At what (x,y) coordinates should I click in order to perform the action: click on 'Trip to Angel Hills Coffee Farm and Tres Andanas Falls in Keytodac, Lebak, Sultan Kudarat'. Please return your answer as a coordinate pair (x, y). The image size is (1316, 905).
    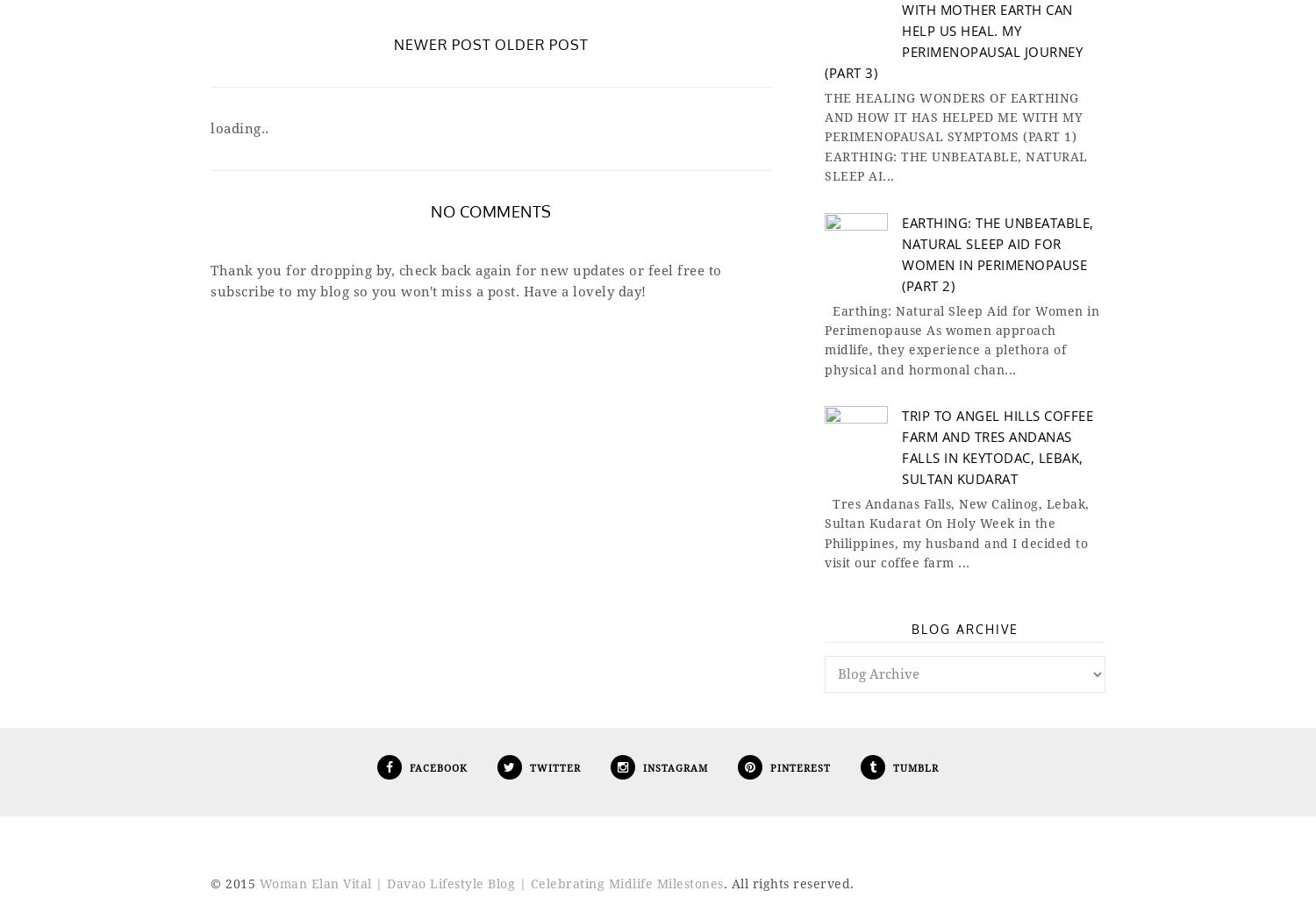
    Looking at the image, I should click on (998, 446).